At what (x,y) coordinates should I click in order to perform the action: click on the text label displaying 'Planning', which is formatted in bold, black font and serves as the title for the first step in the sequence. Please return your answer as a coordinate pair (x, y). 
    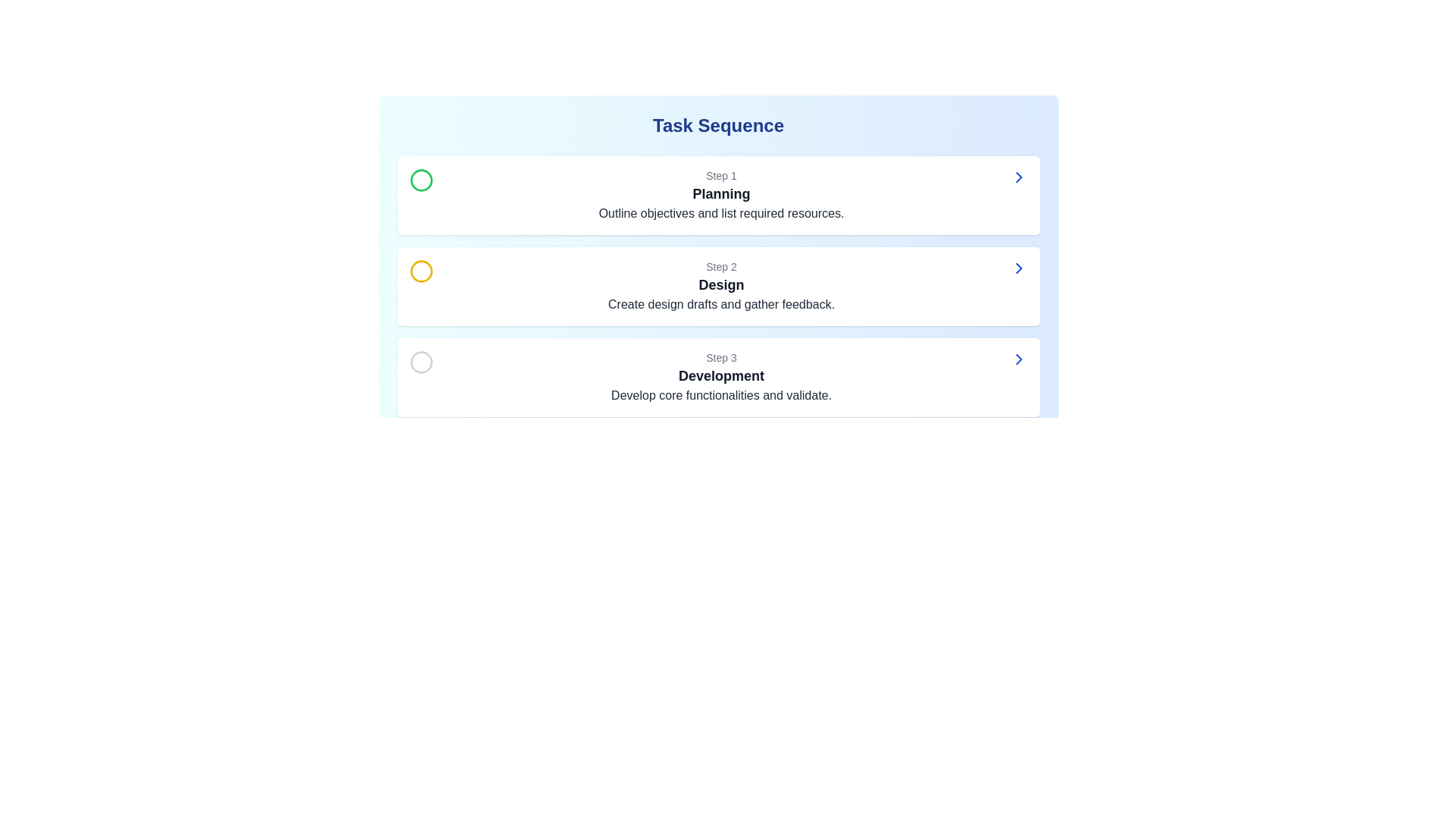
    Looking at the image, I should click on (720, 193).